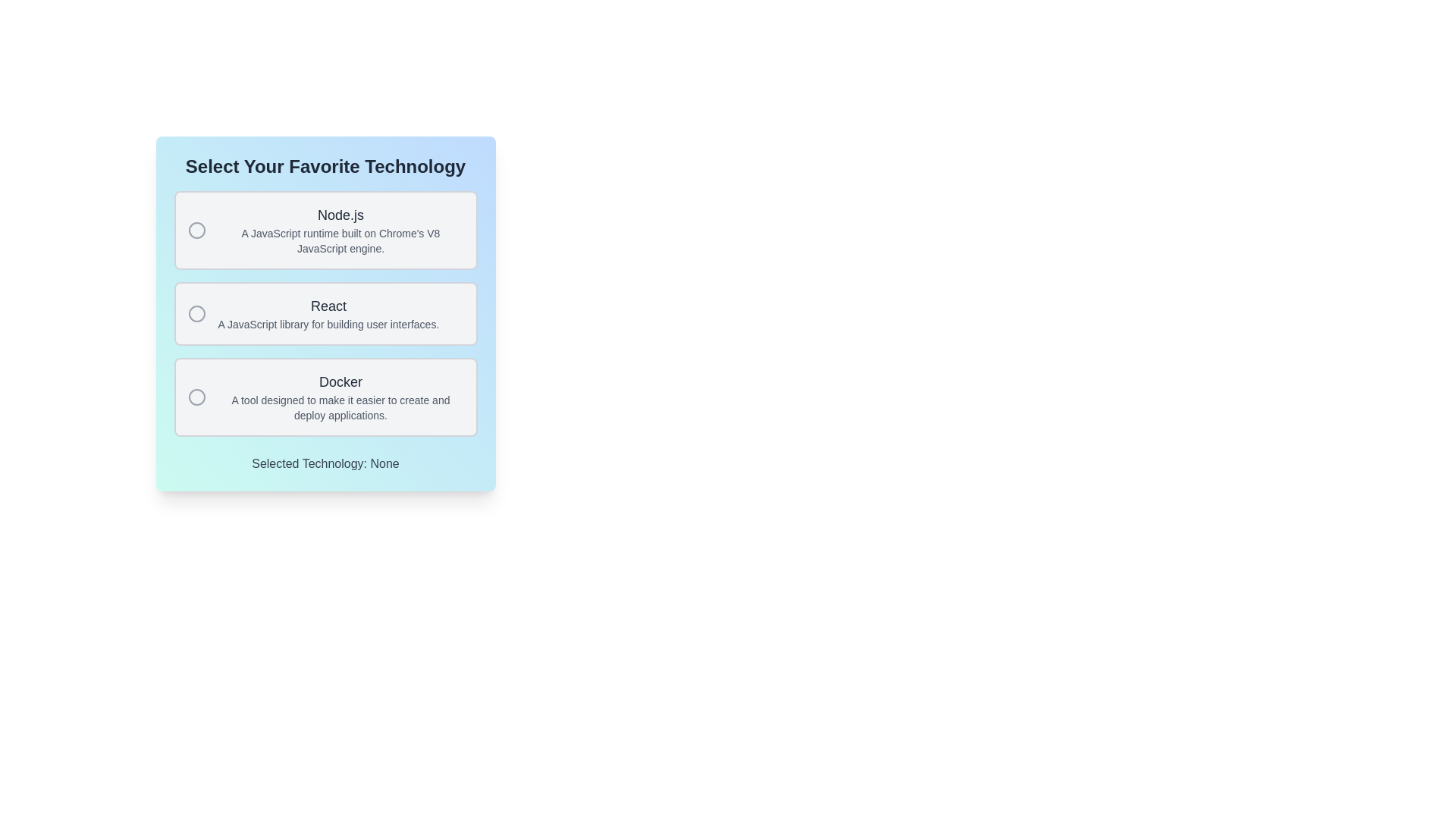  I want to click on the text label indicating the technology name 'Docker' at the center top of its grouping, which serves as a title or heading in the user interface, so click(340, 381).